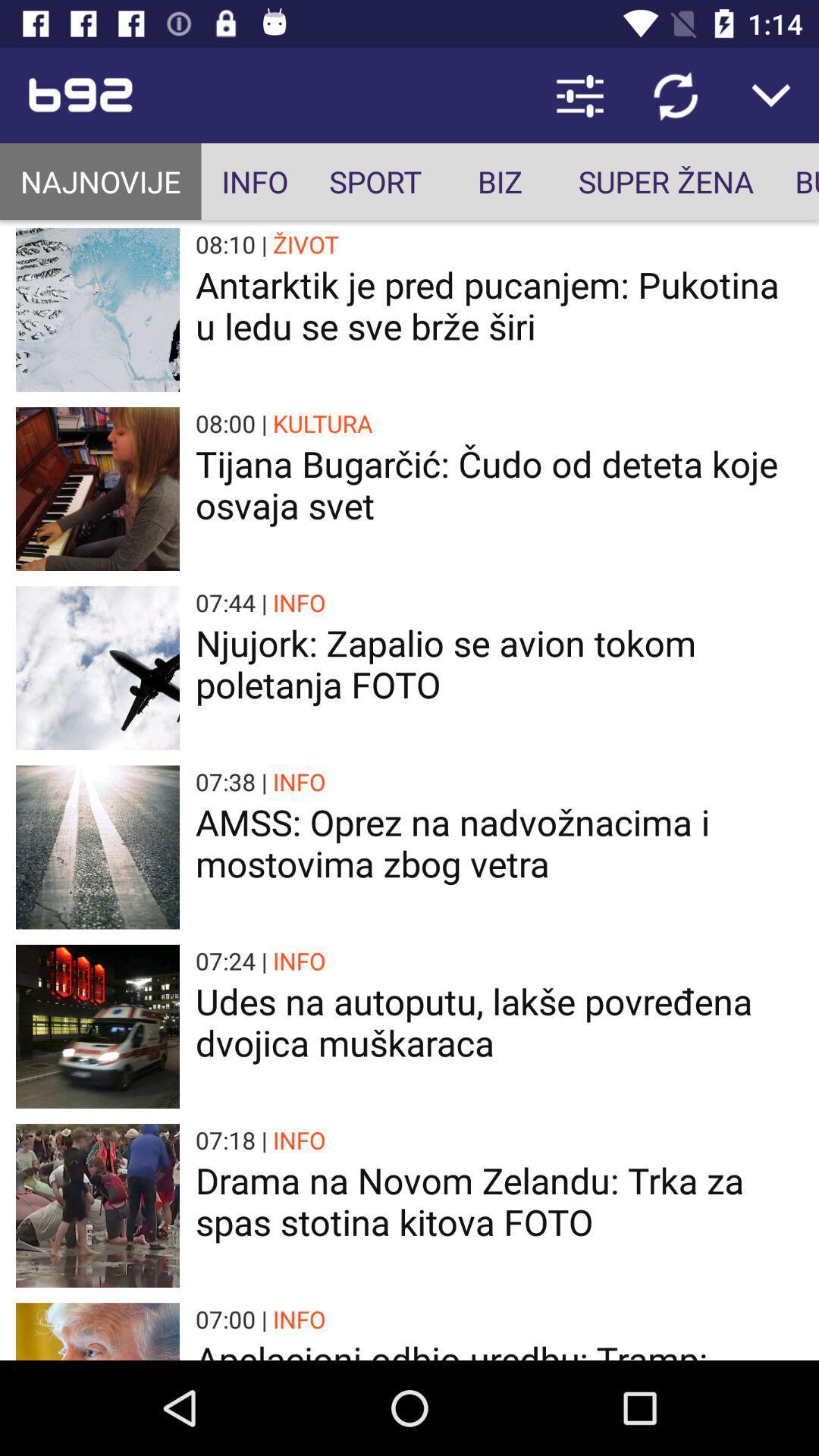 The width and height of the screenshot is (819, 1456). What do you see at coordinates (499, 304) in the screenshot?
I see `the icon above 08:00 |  item` at bounding box center [499, 304].